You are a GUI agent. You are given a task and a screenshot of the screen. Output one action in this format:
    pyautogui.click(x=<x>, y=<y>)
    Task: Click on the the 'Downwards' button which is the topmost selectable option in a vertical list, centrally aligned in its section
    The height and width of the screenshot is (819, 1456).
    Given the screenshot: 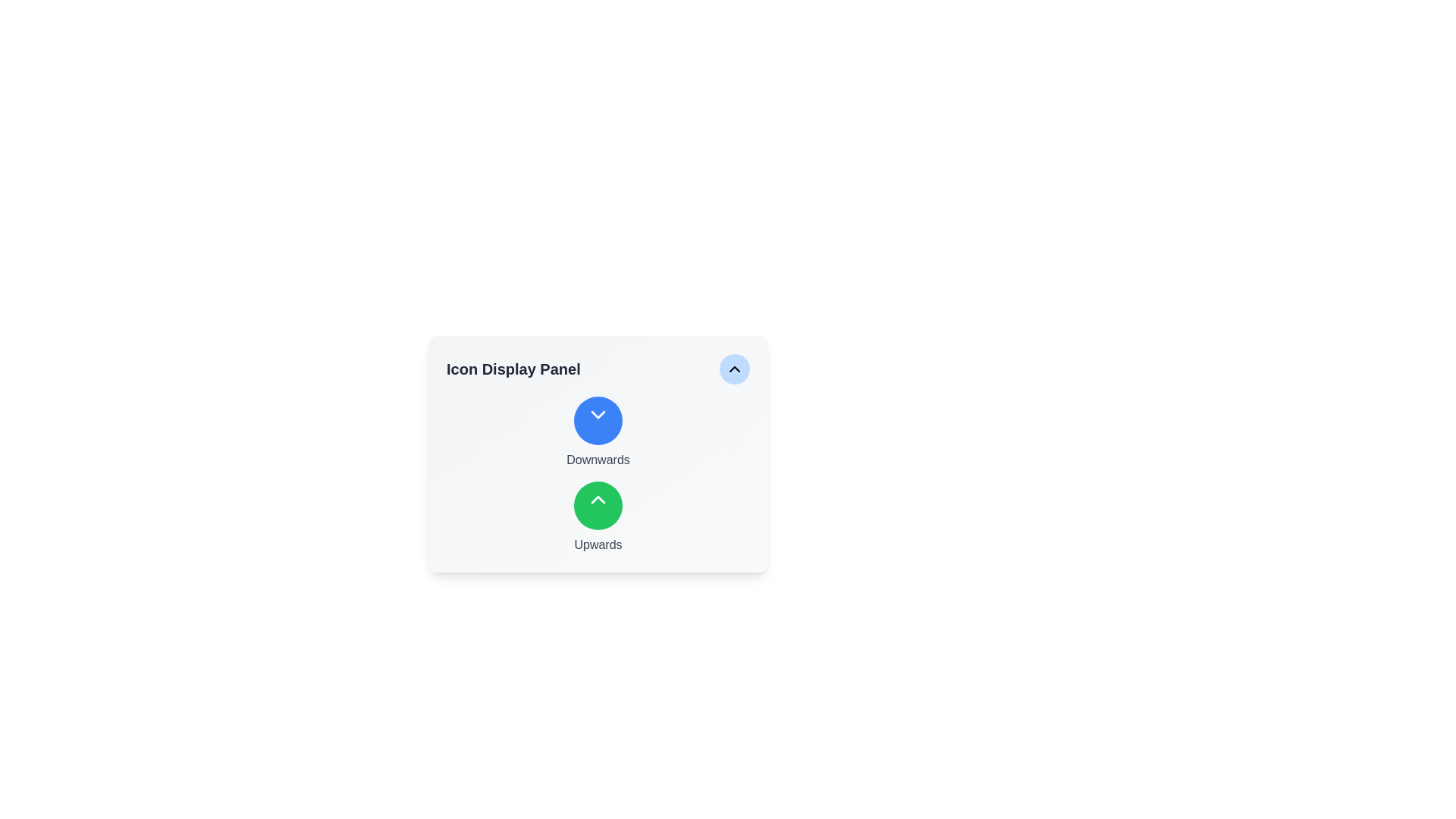 What is the action you would take?
    pyautogui.click(x=597, y=432)
    